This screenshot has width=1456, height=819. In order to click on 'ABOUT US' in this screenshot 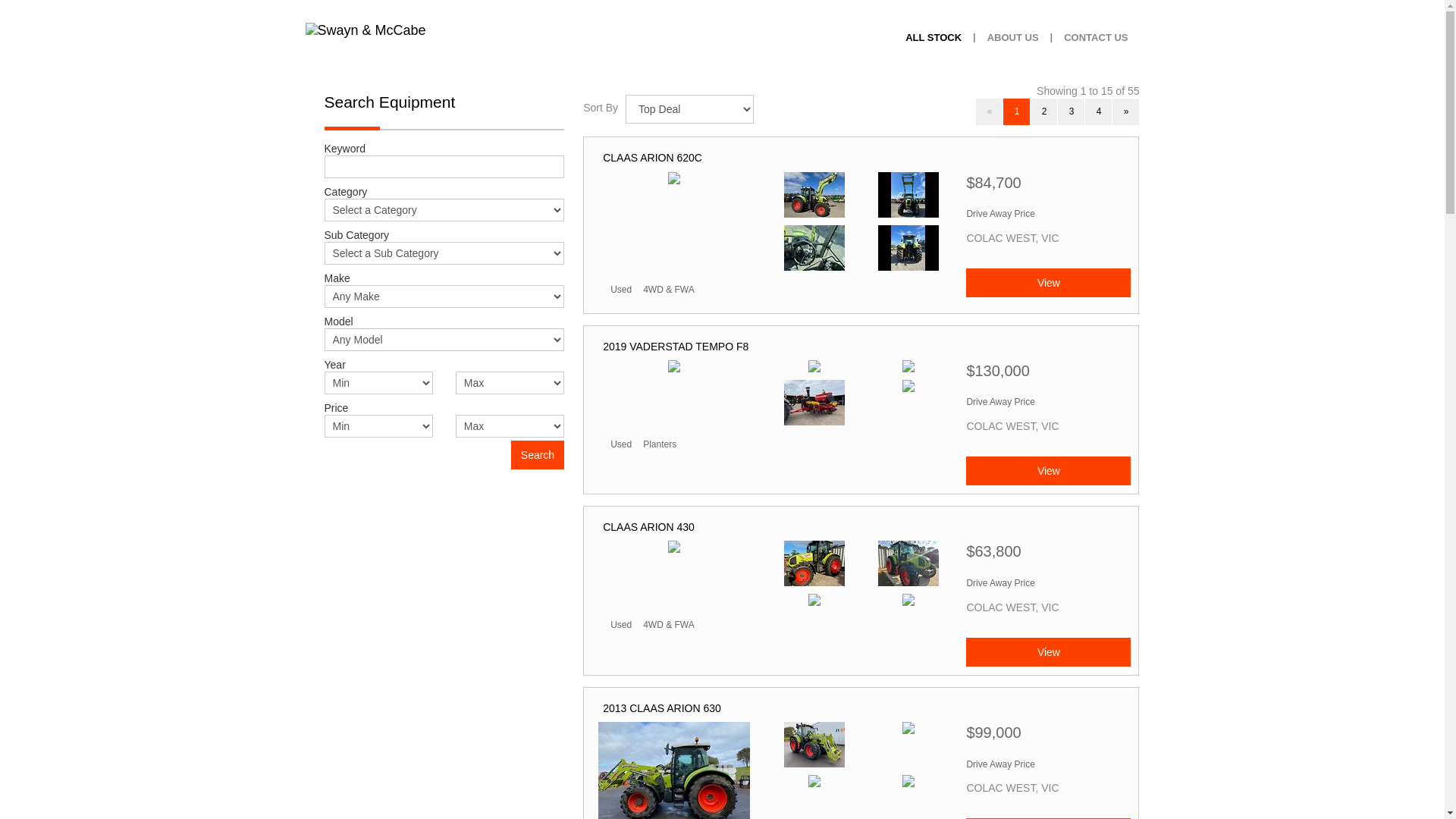, I will do `click(1012, 37)`.